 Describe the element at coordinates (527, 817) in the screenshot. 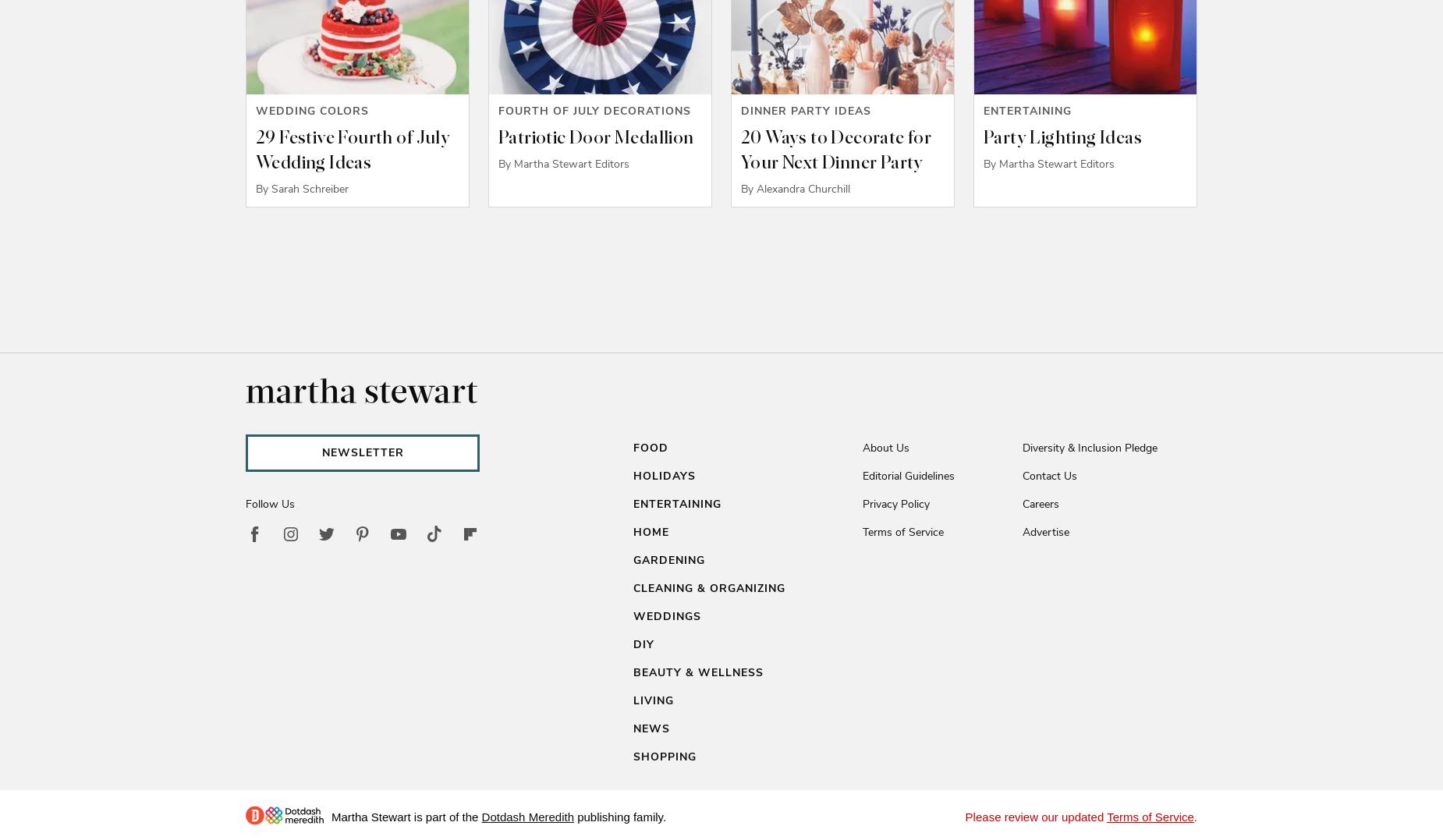

I see `'Dotdash Meredith'` at that location.